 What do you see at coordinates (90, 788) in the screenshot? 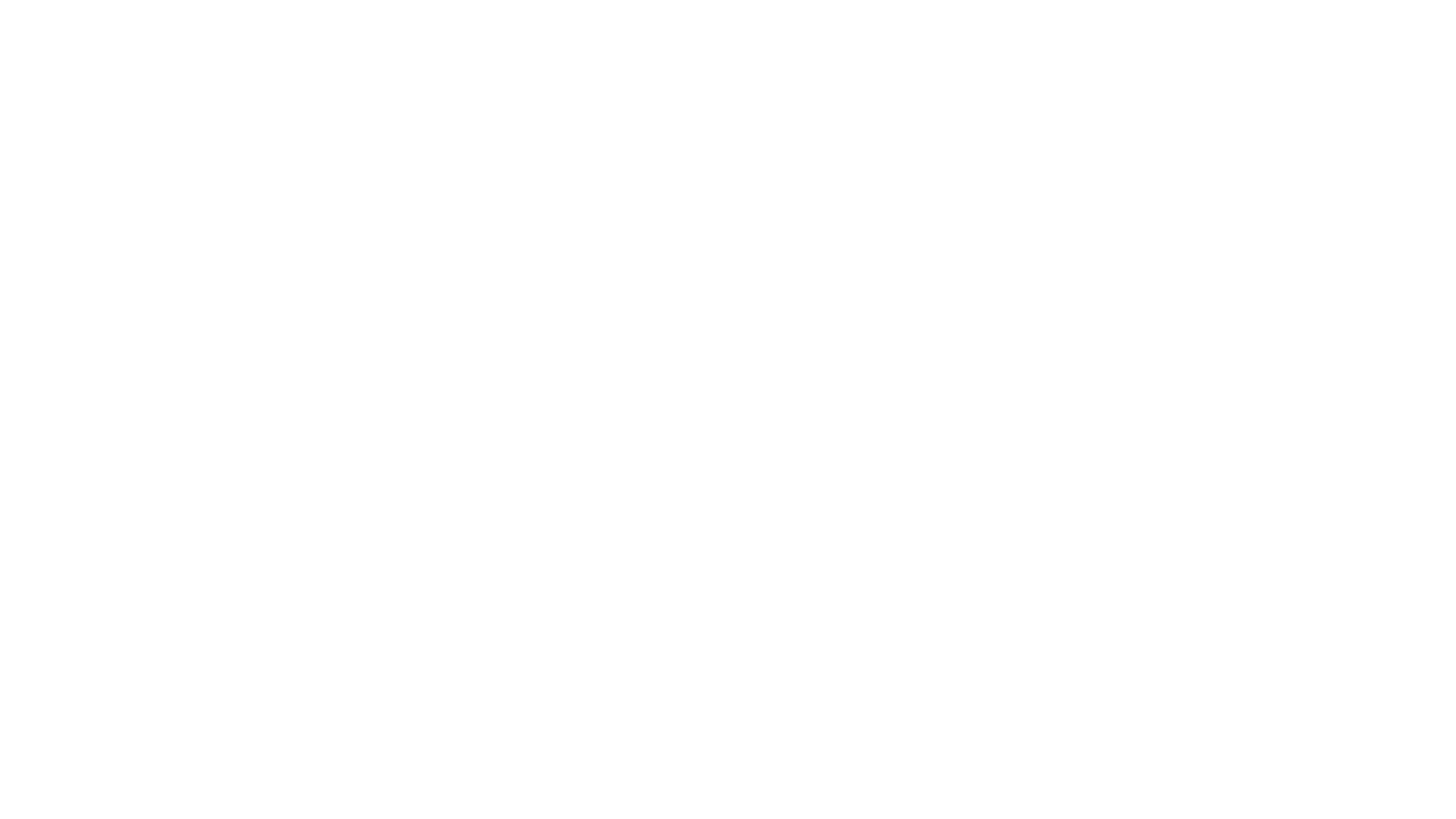
I see `Play` at bounding box center [90, 788].